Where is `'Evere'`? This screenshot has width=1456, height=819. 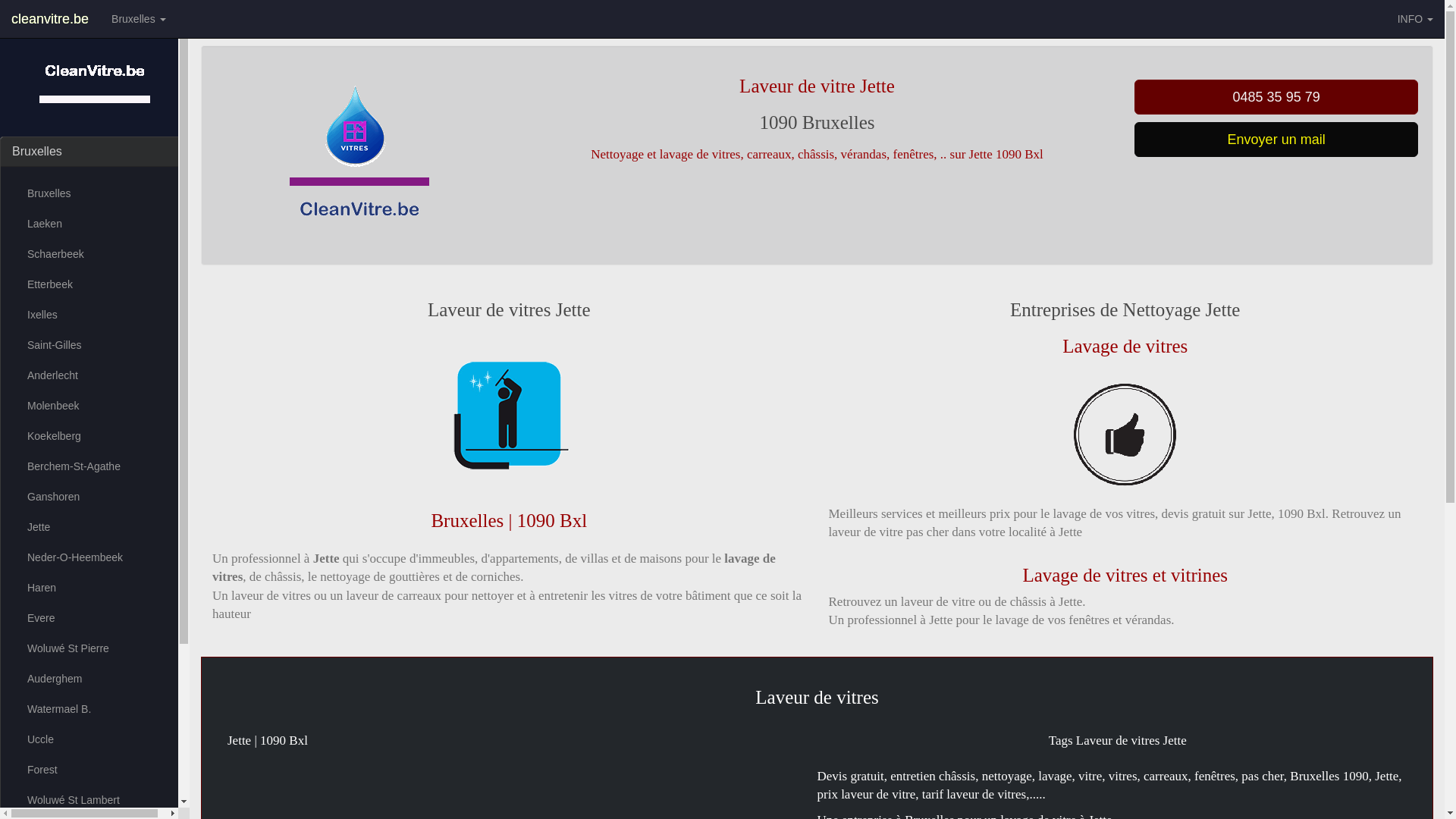 'Evere' is located at coordinates (11, 617).